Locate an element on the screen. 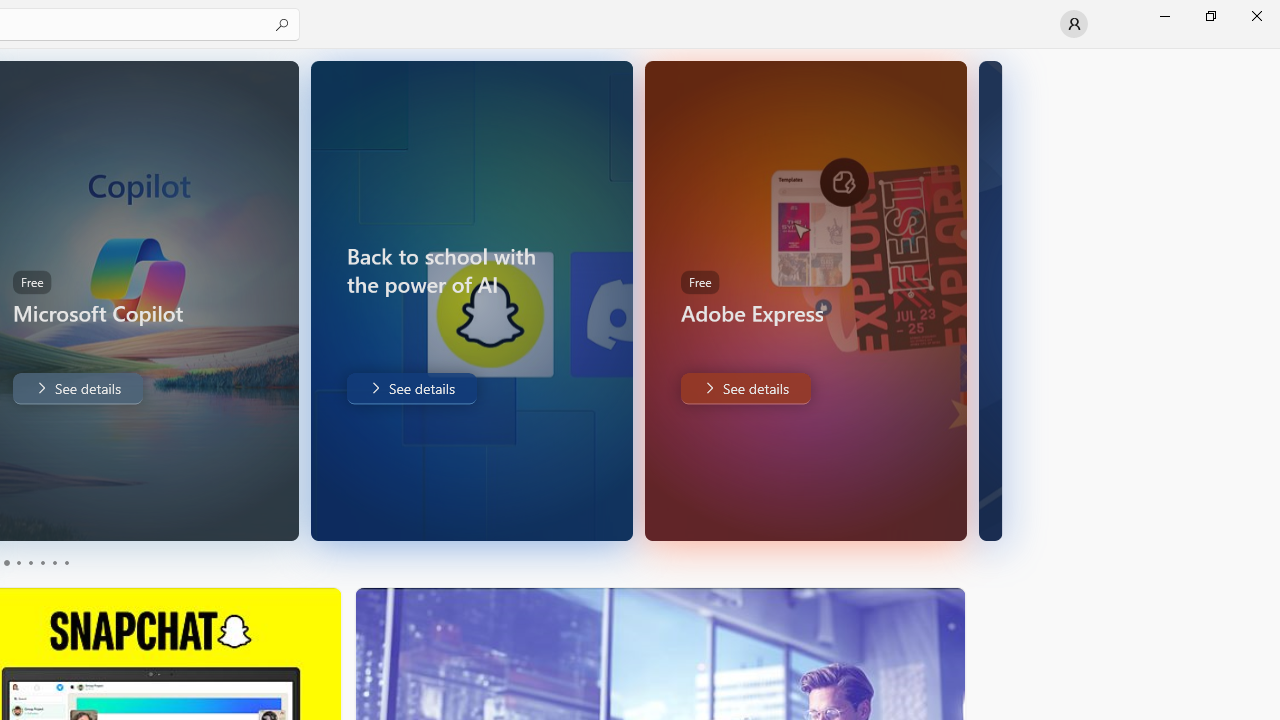 The image size is (1280, 720). 'Page 6' is located at coordinates (65, 563).